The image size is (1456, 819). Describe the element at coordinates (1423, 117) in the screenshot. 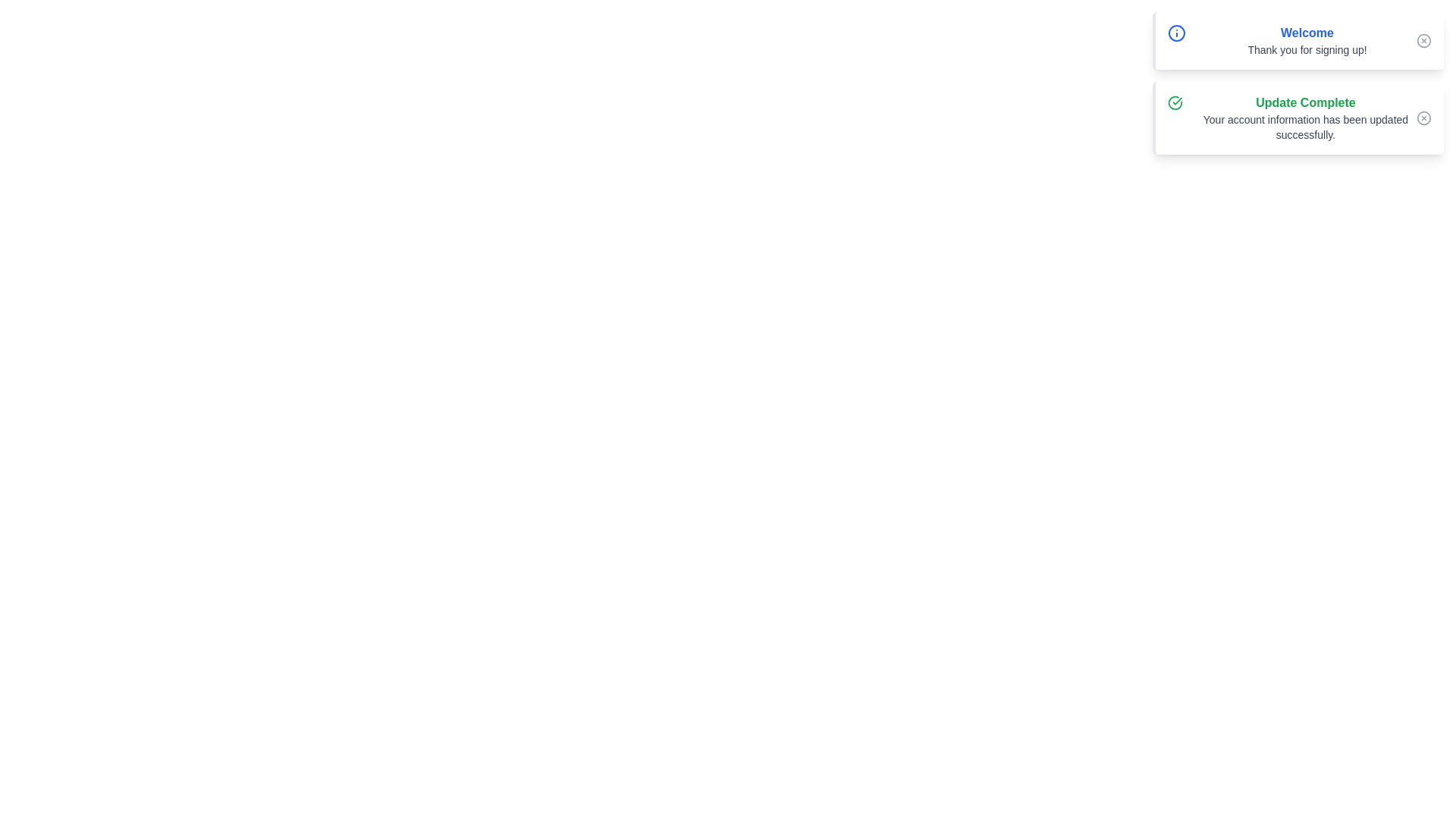

I see `the circular 'X' button located in the top-right corner of the notification card with the heading 'Update Complete'` at that location.